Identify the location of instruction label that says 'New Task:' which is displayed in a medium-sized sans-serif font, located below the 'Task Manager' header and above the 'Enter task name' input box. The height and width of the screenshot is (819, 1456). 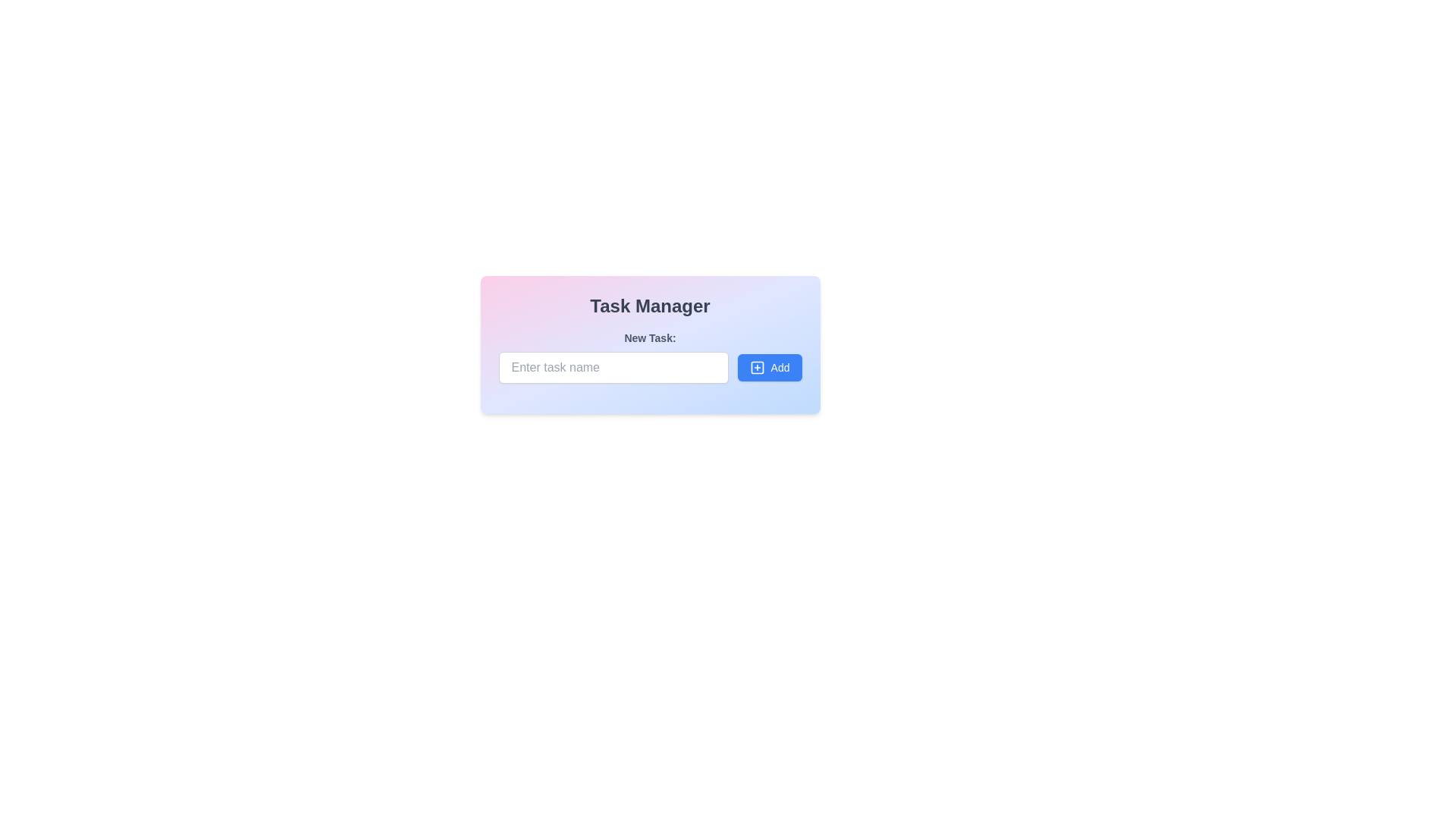
(650, 345).